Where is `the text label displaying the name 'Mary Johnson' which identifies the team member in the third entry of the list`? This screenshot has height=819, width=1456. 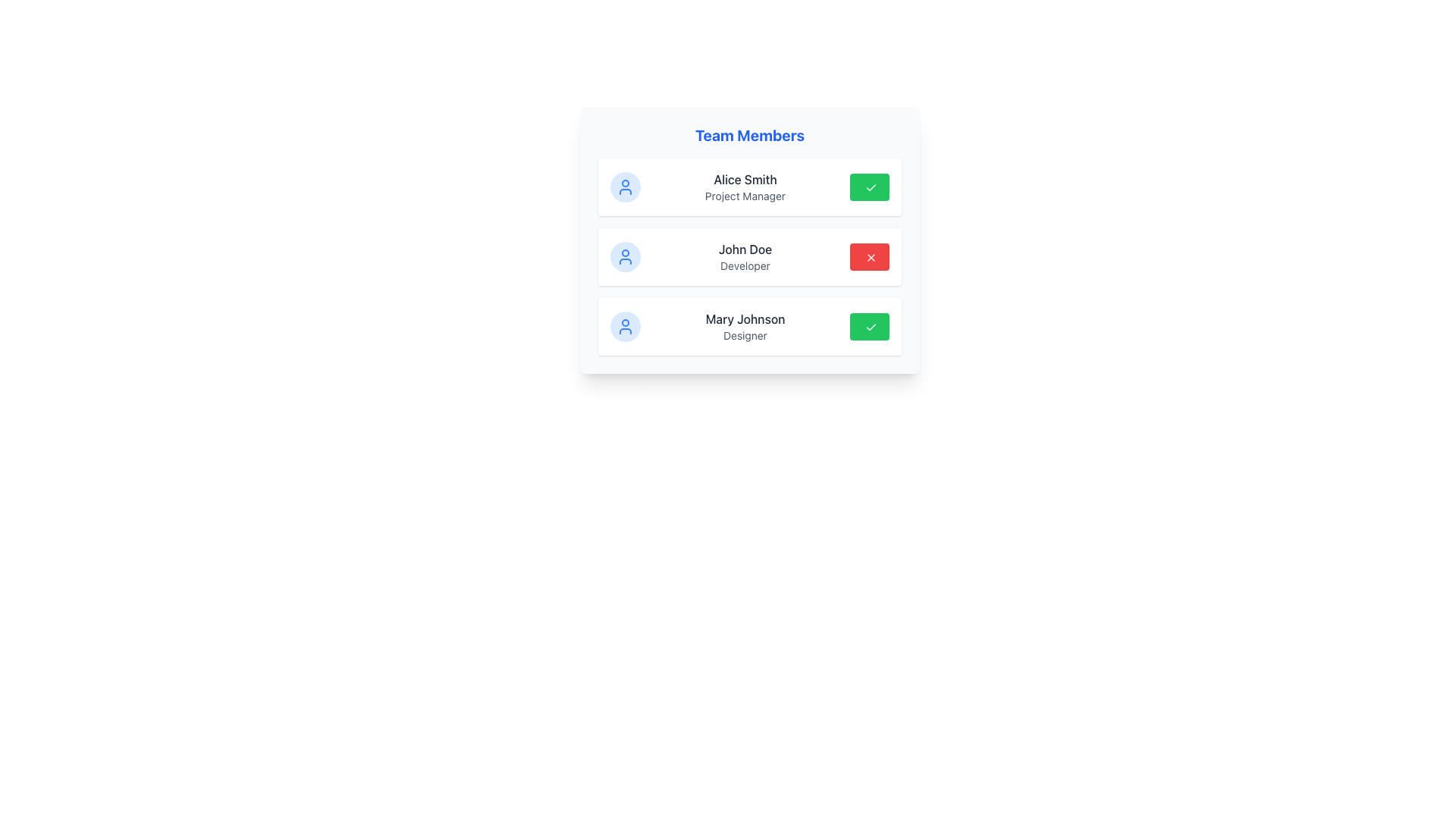 the text label displaying the name 'Mary Johnson' which identifies the team member in the third entry of the list is located at coordinates (745, 318).